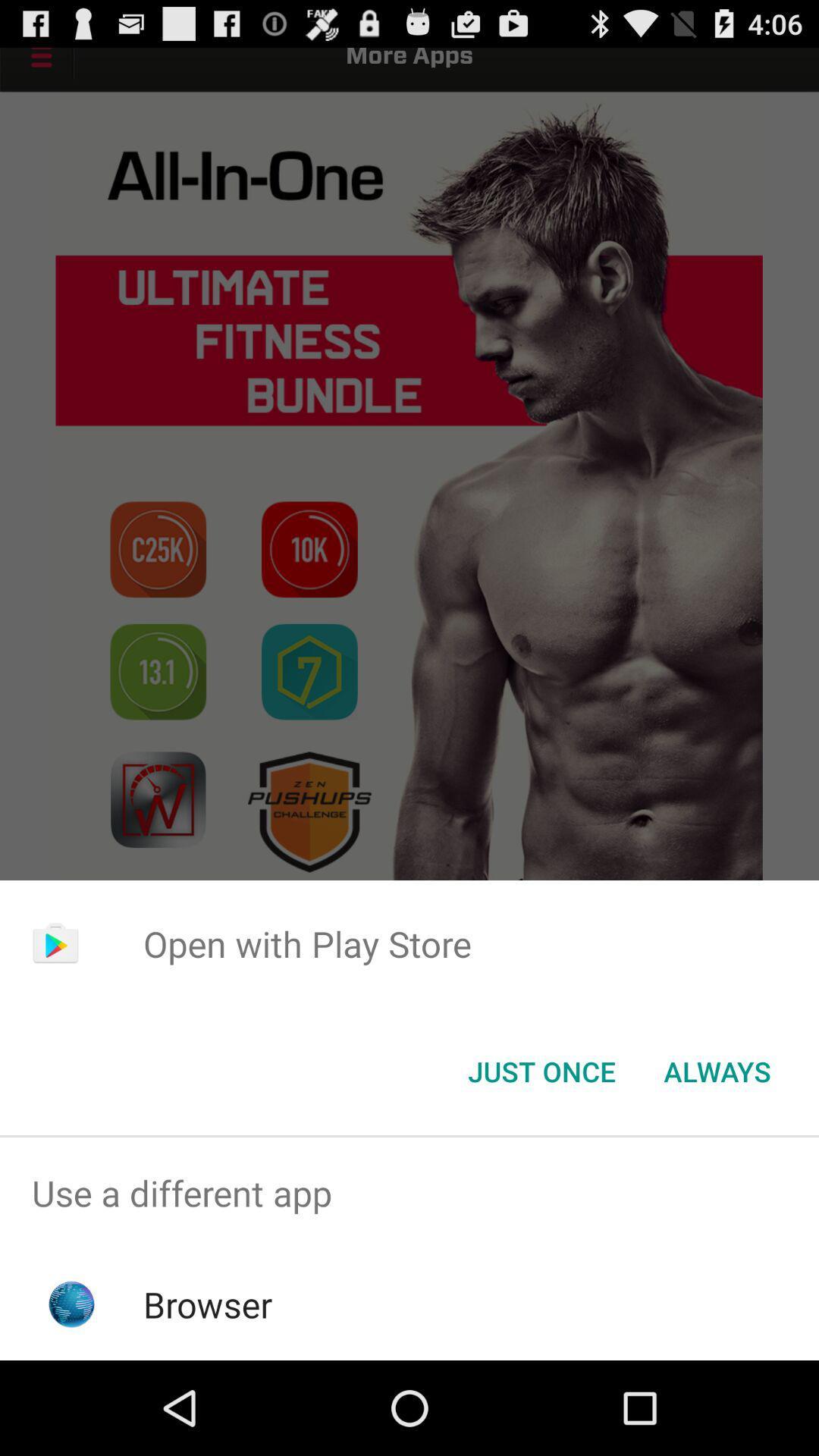 This screenshot has height=1456, width=819. Describe the element at coordinates (541, 1070) in the screenshot. I see `button to the left of always icon` at that location.